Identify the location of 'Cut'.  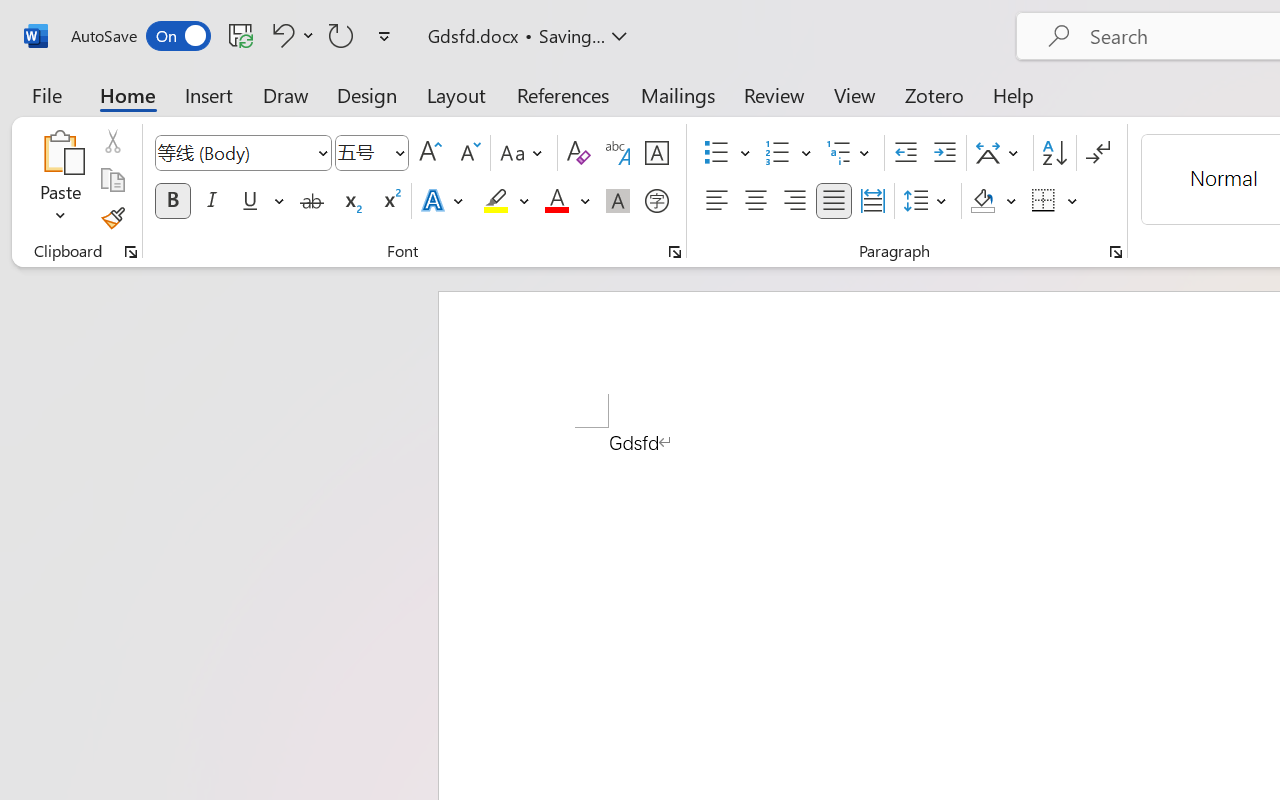
(111, 141).